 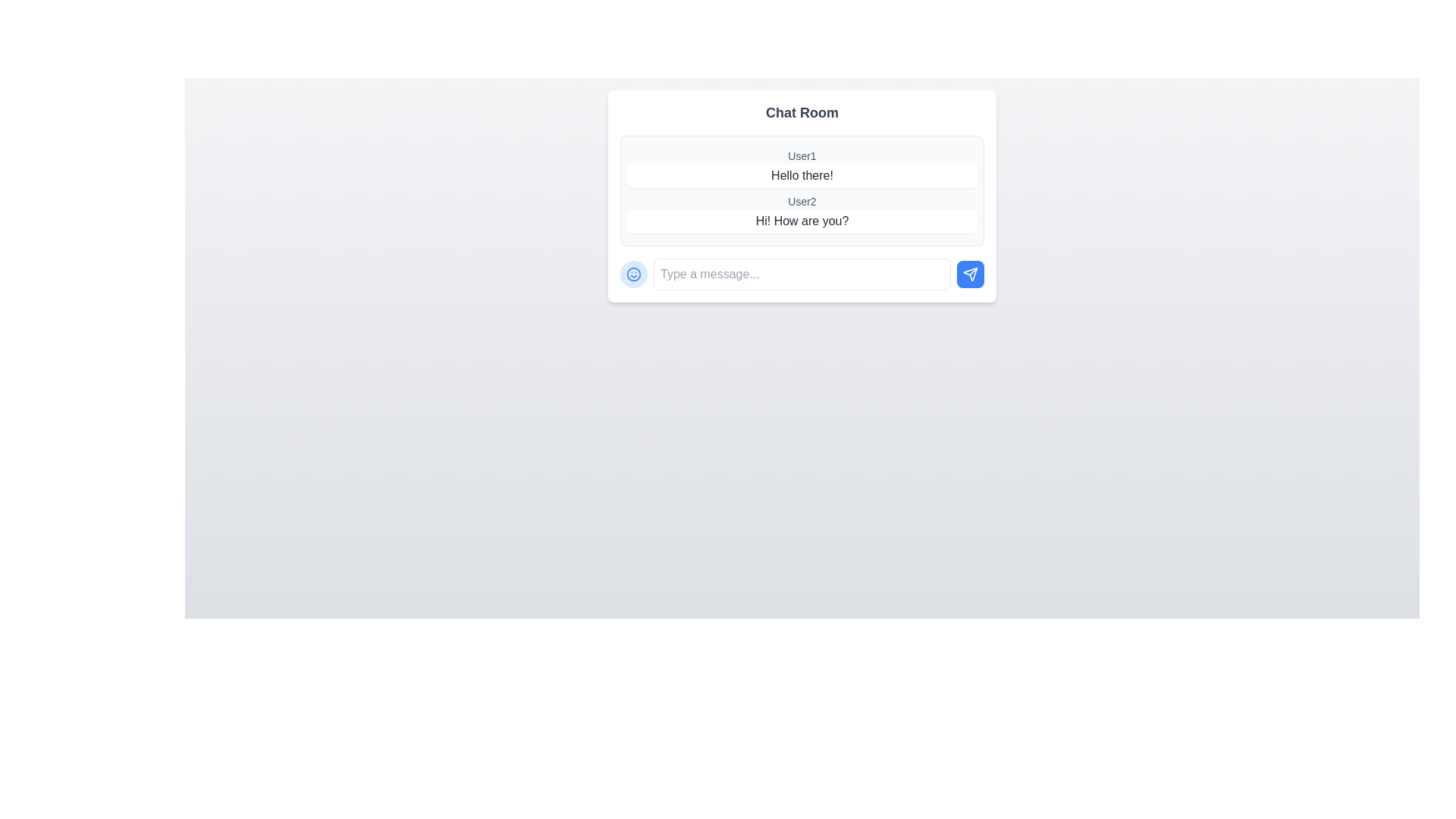 I want to click on the text display field containing 'Hello there!' which is styled in a rounded rectangle with a white background and dark gray text, located below the 'User1' element in the chat interface, so click(x=801, y=174).